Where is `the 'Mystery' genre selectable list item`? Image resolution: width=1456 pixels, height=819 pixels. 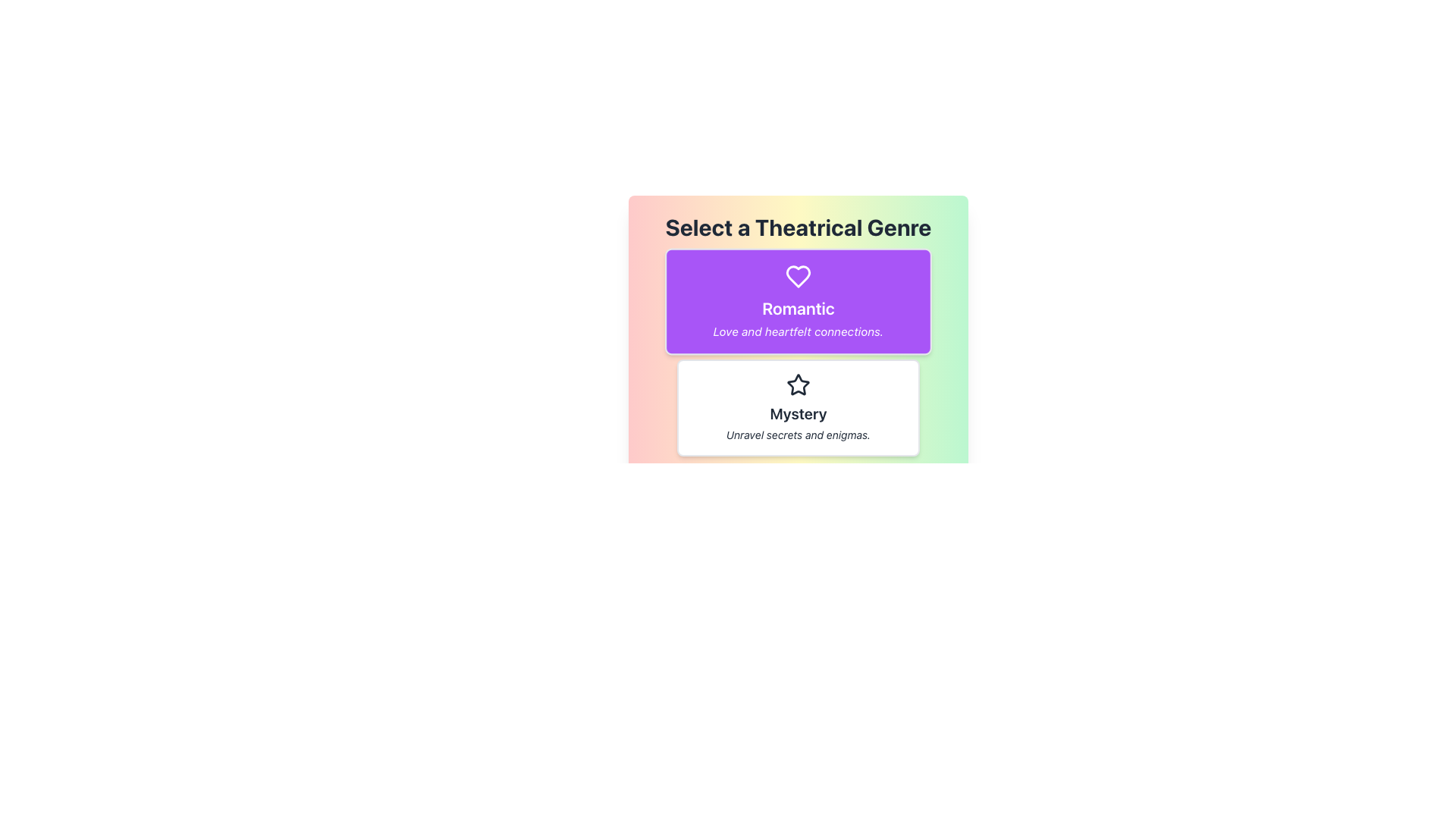
the 'Mystery' genre selectable list item is located at coordinates (797, 406).